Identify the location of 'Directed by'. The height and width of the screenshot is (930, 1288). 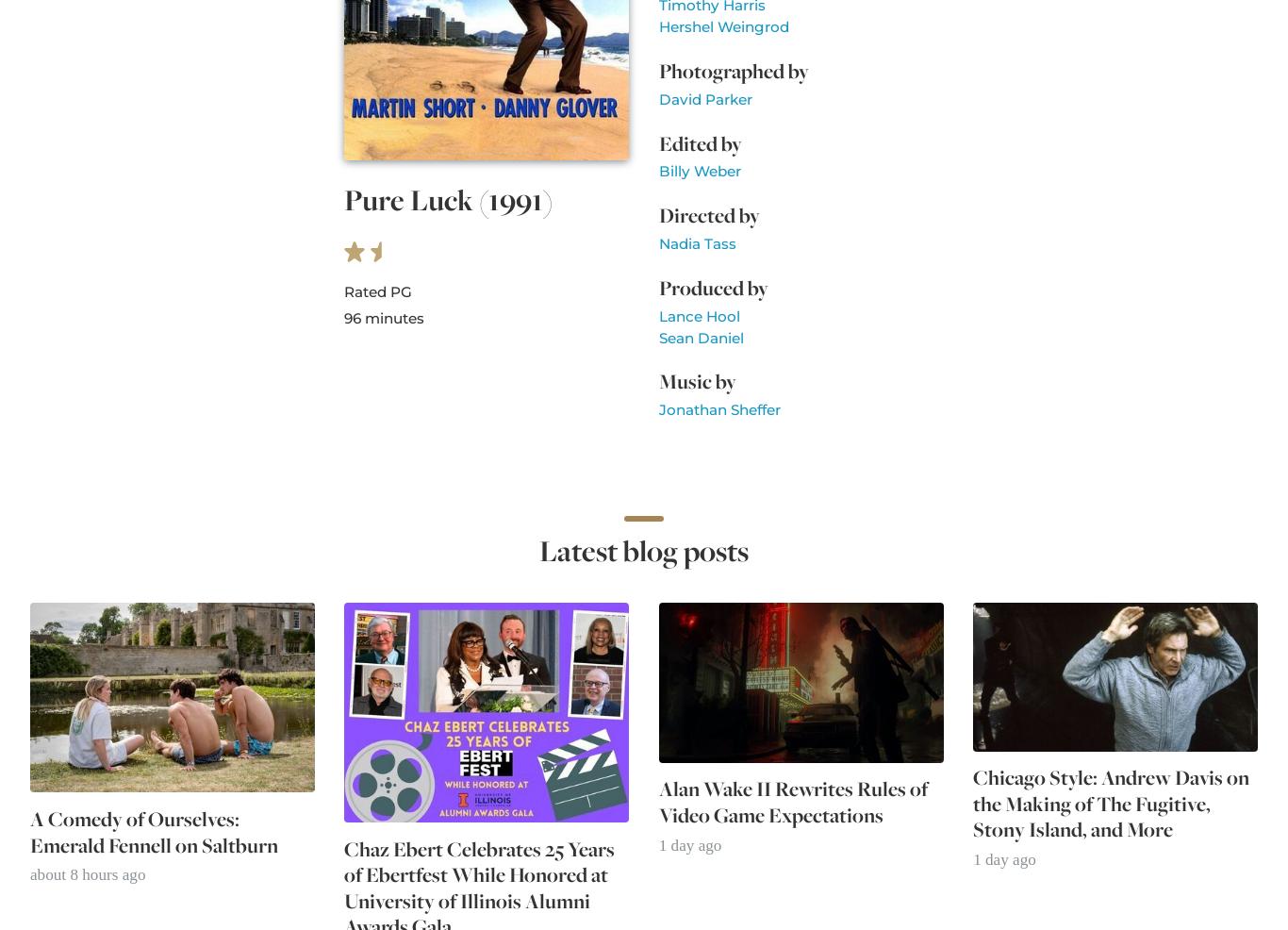
(708, 213).